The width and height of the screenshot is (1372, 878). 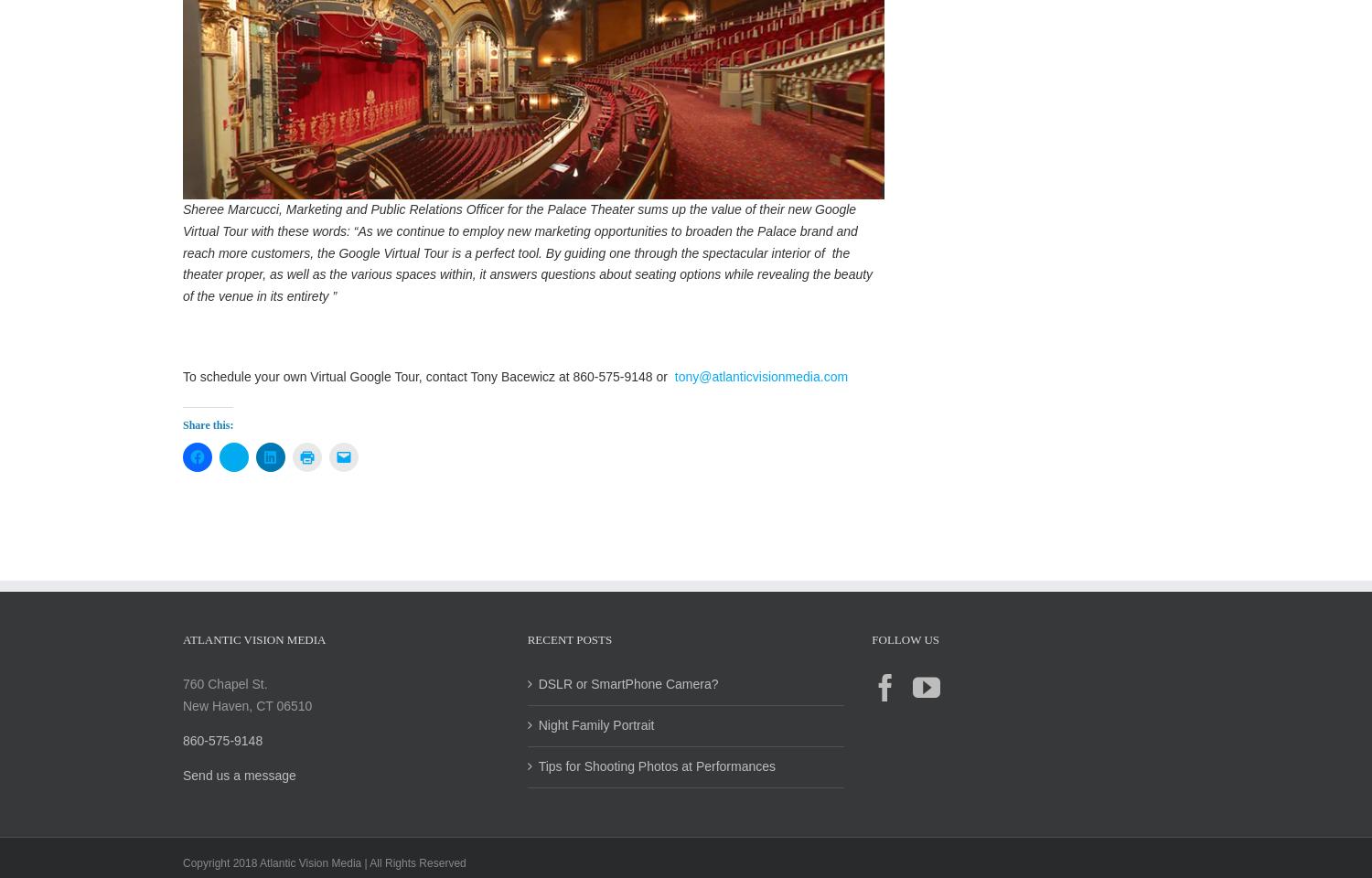 I want to click on 'Atlantic Vision Media', so click(x=253, y=658).